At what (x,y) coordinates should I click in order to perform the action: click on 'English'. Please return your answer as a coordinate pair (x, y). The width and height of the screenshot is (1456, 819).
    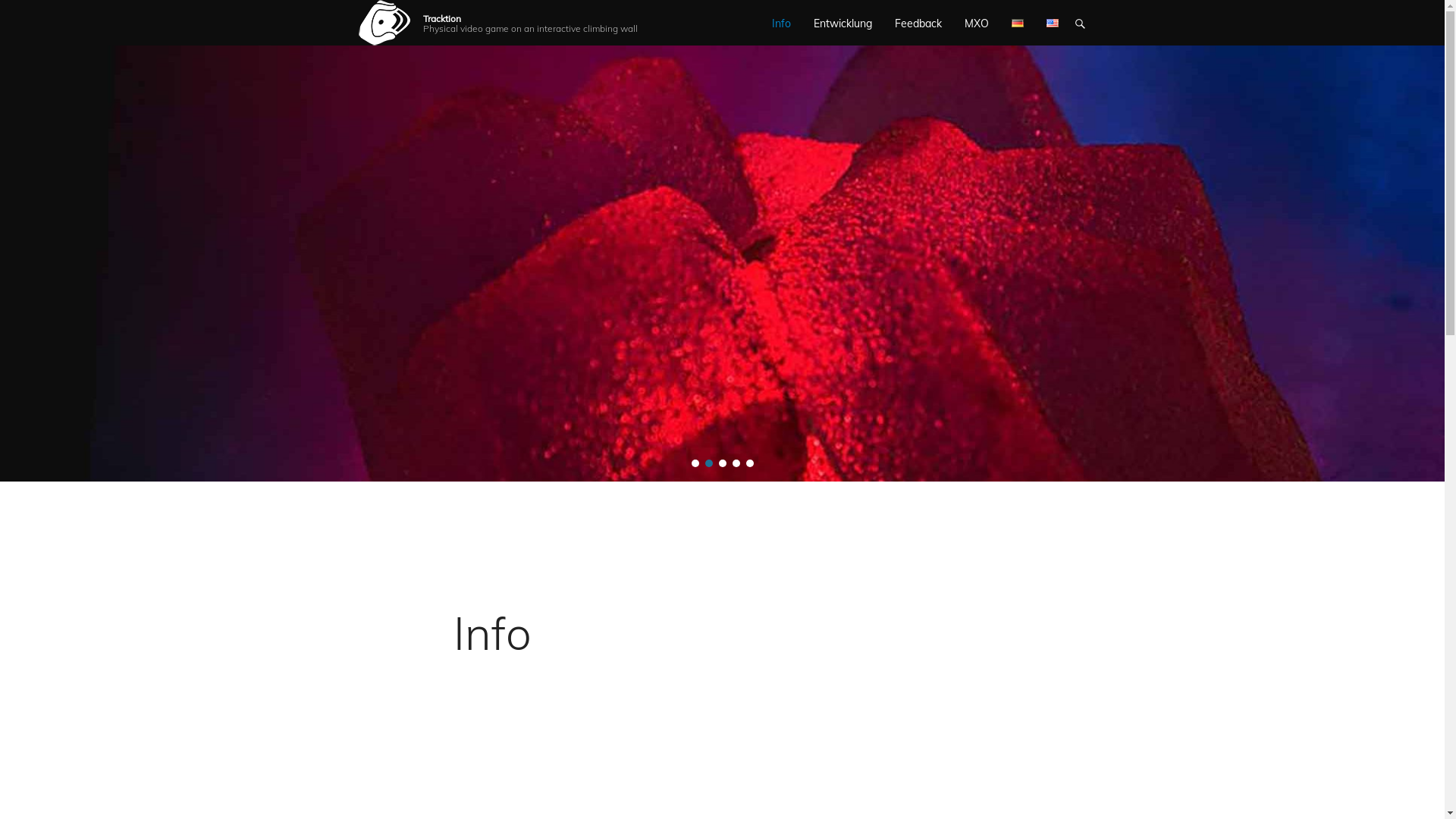
    Looking at the image, I should click on (1046, 23).